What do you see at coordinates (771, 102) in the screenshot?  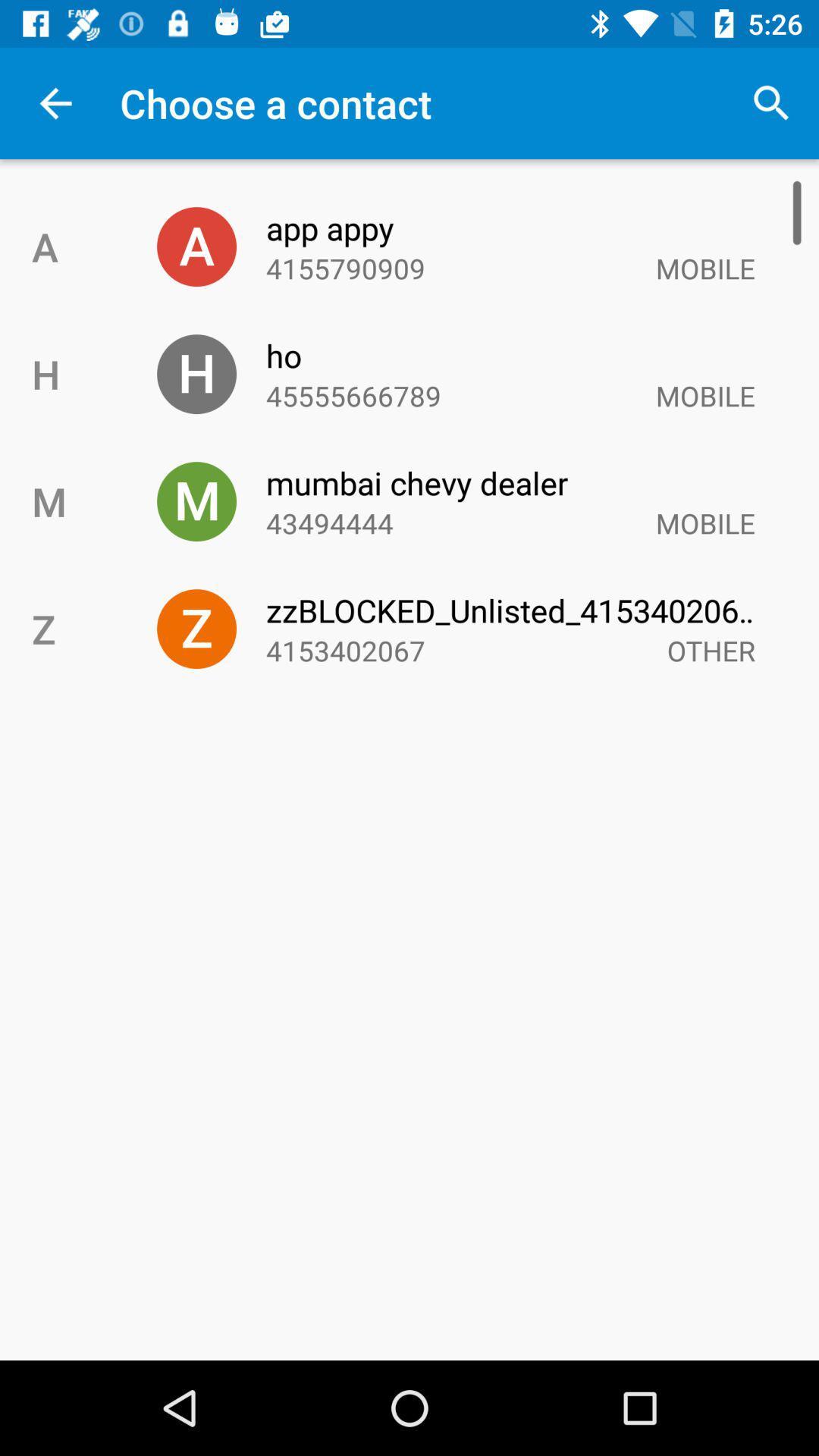 I see `the icon above app appy app` at bounding box center [771, 102].